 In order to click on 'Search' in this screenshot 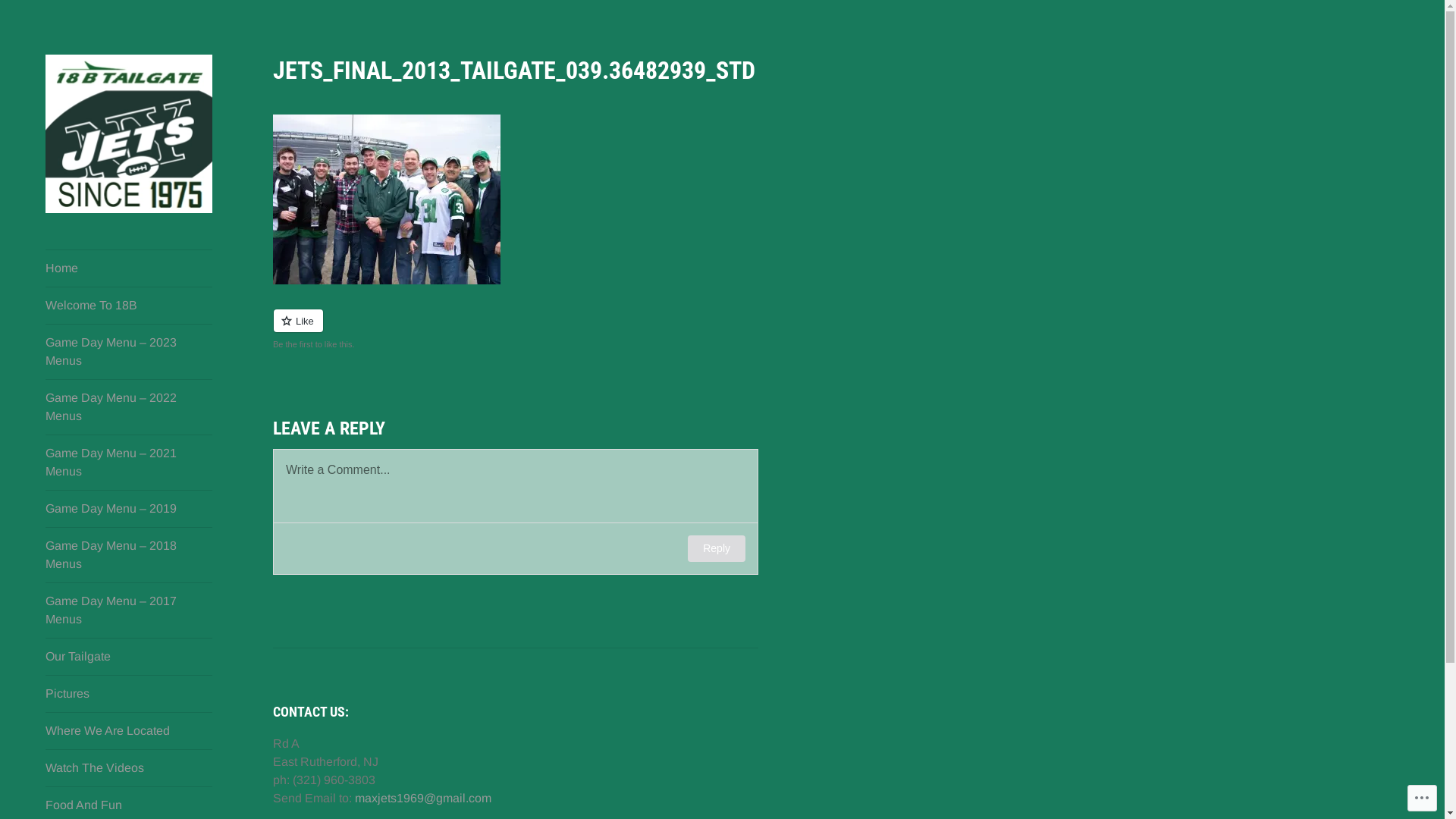, I will do `click(0, 14)`.